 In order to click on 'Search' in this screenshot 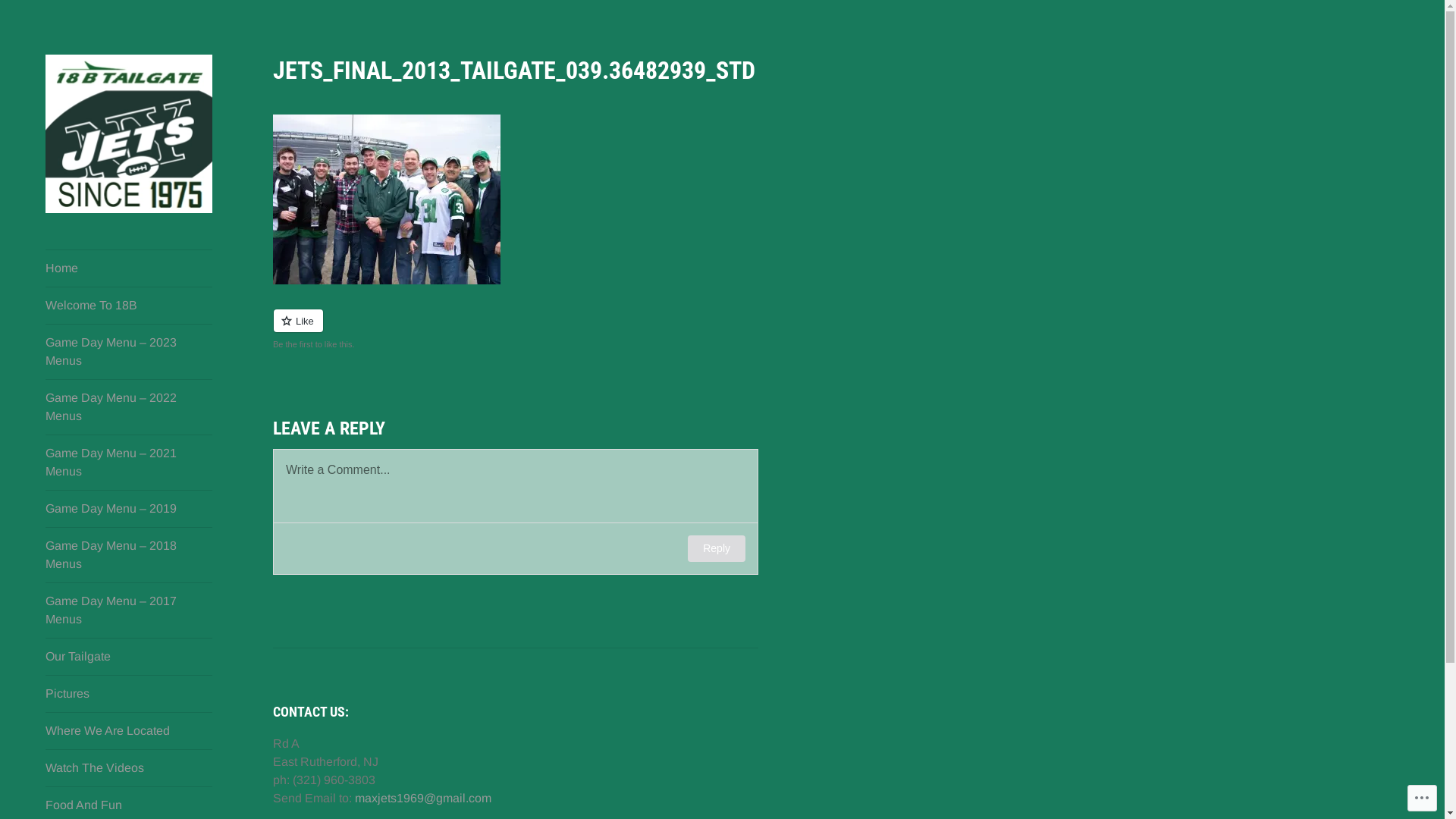, I will do `click(0, 14)`.